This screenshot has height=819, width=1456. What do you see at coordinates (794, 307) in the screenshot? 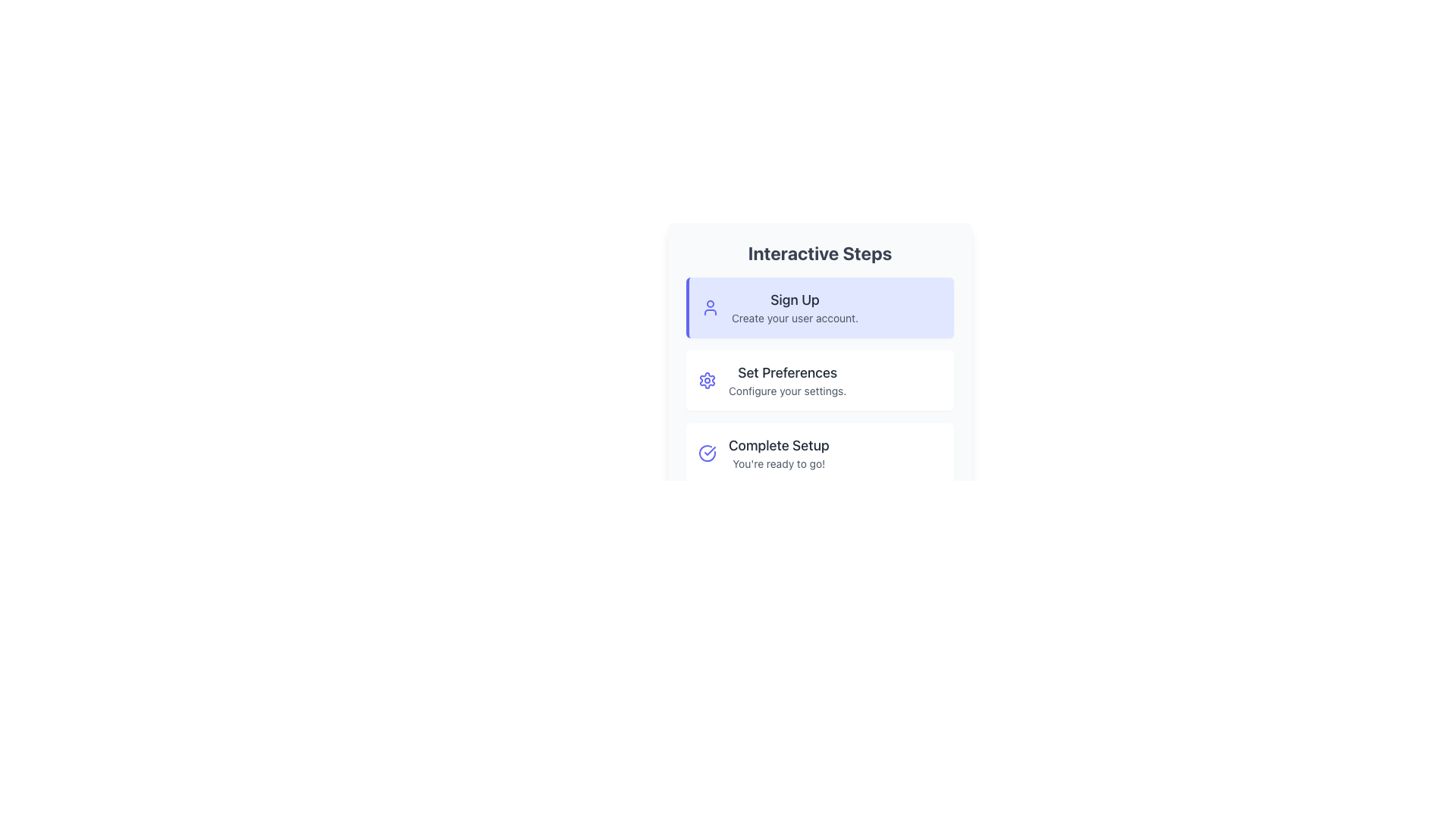
I see `text displayed in the Text Block, which includes 'Sign Up' in large bold font and 'Create your user account.' in smaller font, positioned near the top of the options list` at bounding box center [794, 307].